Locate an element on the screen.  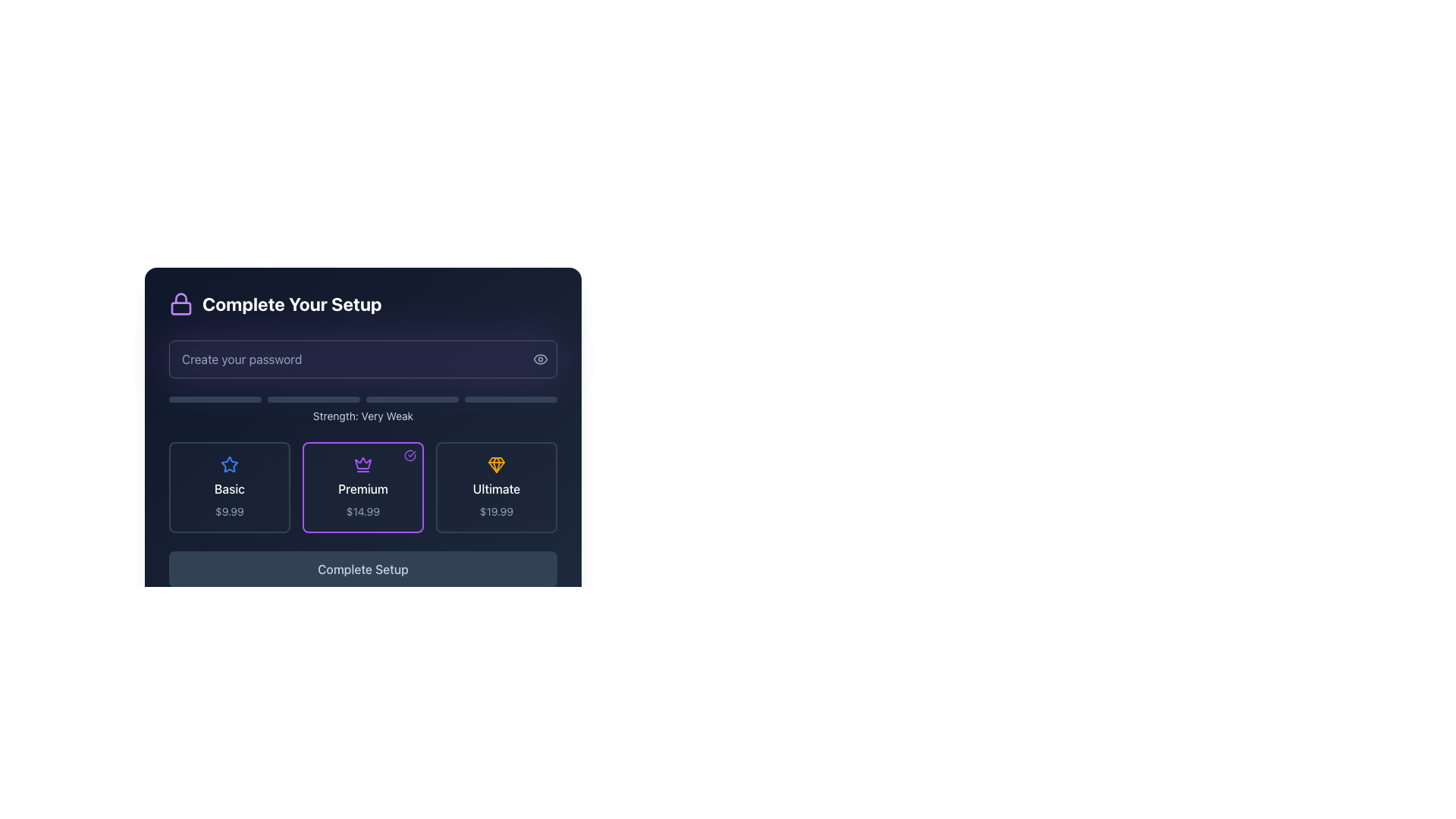
the text label displaying 'Basic' in white color, located within the subscription plan section labeled 'Basic $9.99', positioned beneath a star icon and above the price information, slightly centered horizontally is located at coordinates (228, 488).